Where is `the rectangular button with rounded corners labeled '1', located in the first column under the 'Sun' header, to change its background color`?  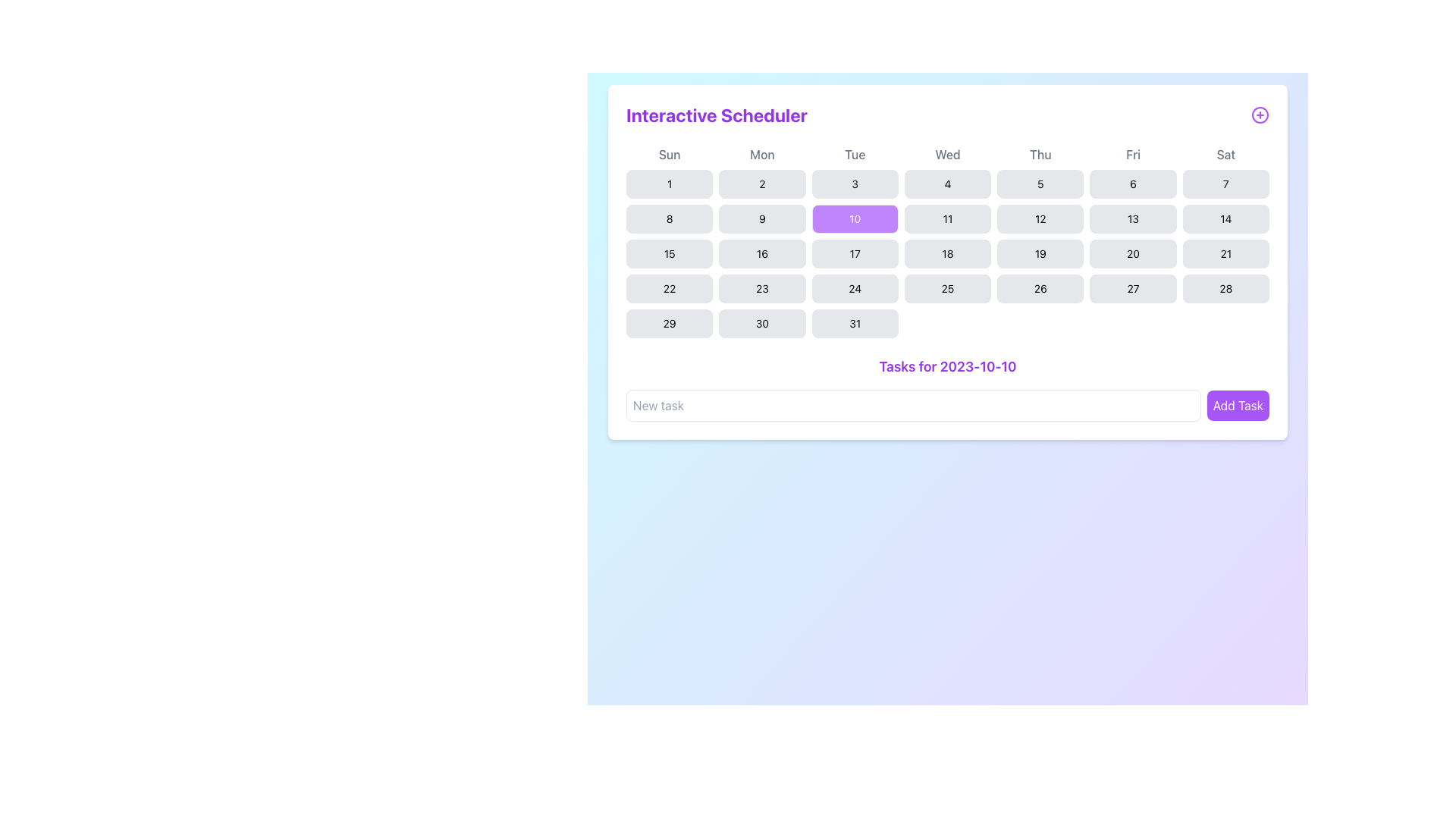
the rectangular button with rounded corners labeled '1', located in the first column under the 'Sun' header, to change its background color is located at coordinates (669, 184).